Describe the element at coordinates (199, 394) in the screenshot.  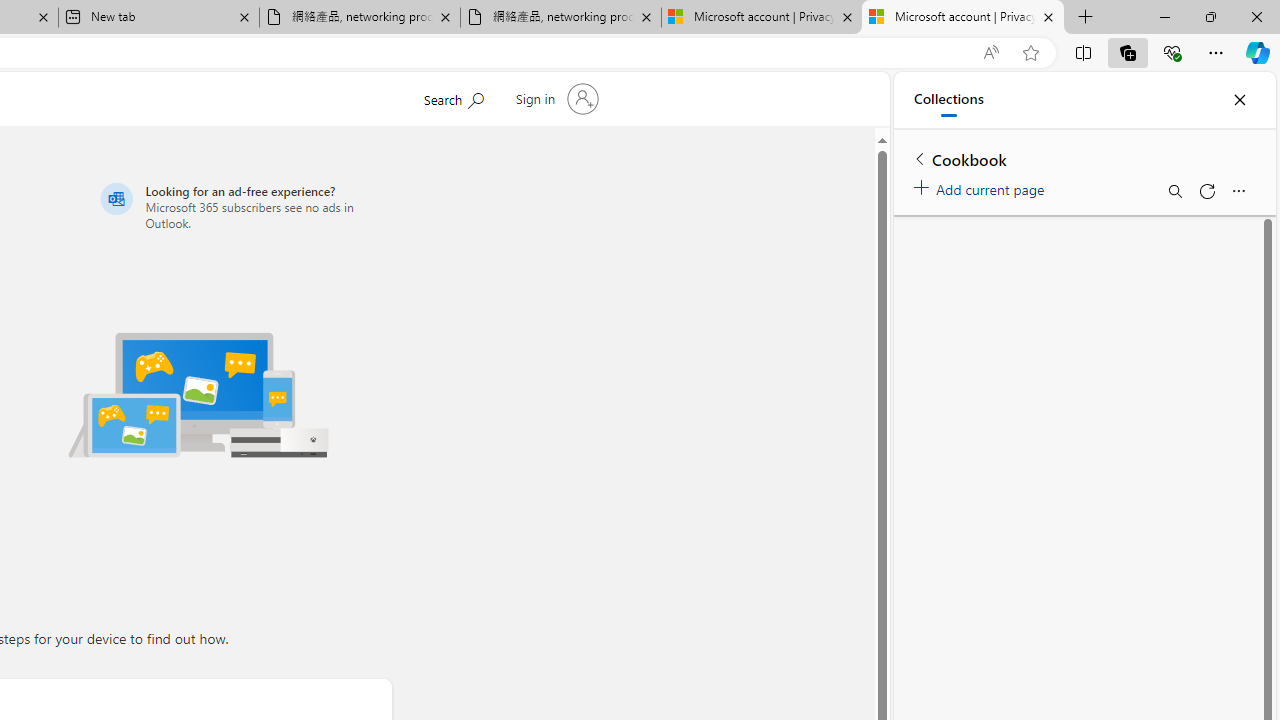
I see `'Illustration of multiple devices'` at that location.